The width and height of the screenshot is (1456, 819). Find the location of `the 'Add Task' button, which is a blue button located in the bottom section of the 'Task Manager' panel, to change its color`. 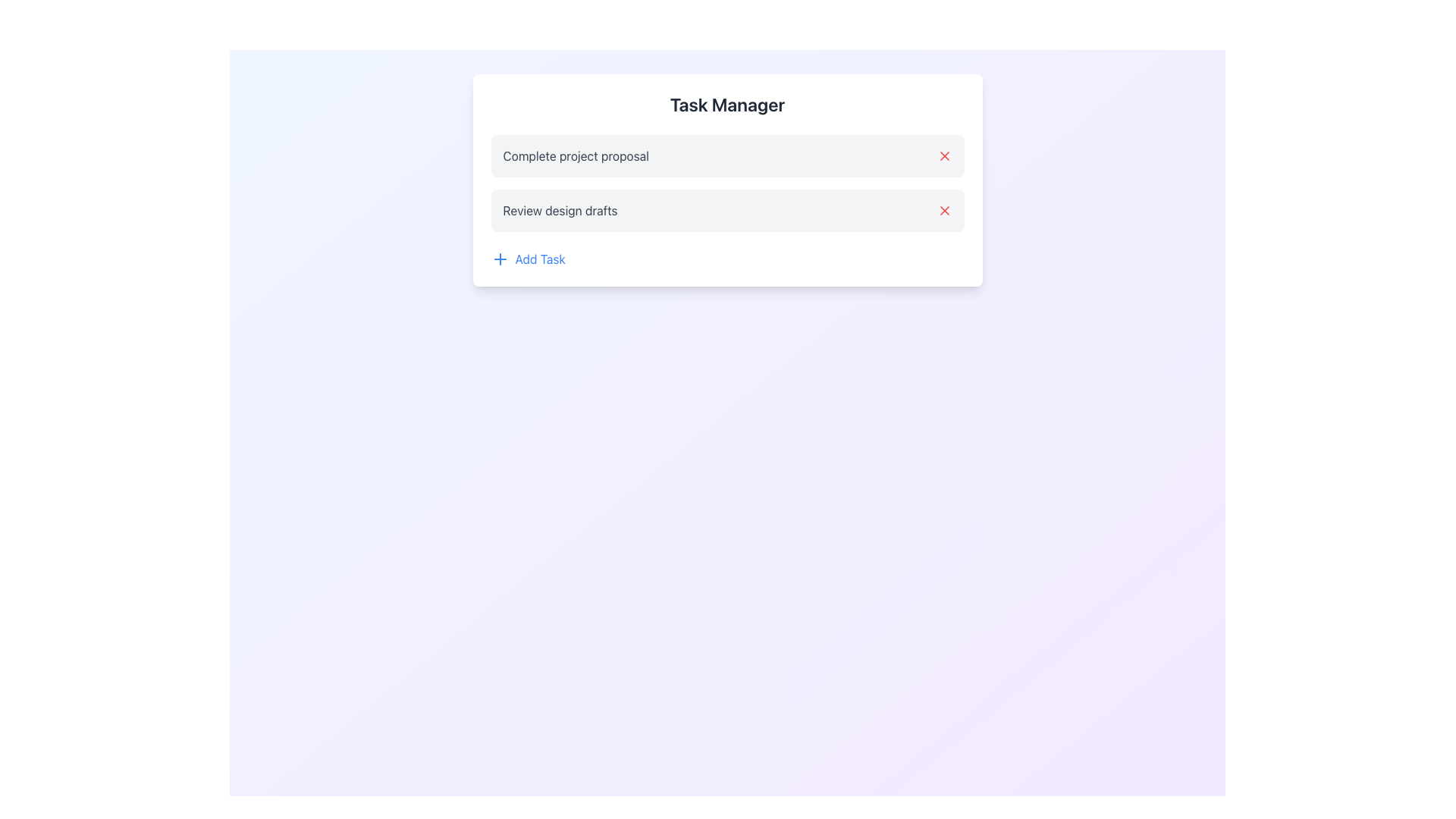

the 'Add Task' button, which is a blue button located in the bottom section of the 'Task Manager' panel, to change its color is located at coordinates (528, 259).